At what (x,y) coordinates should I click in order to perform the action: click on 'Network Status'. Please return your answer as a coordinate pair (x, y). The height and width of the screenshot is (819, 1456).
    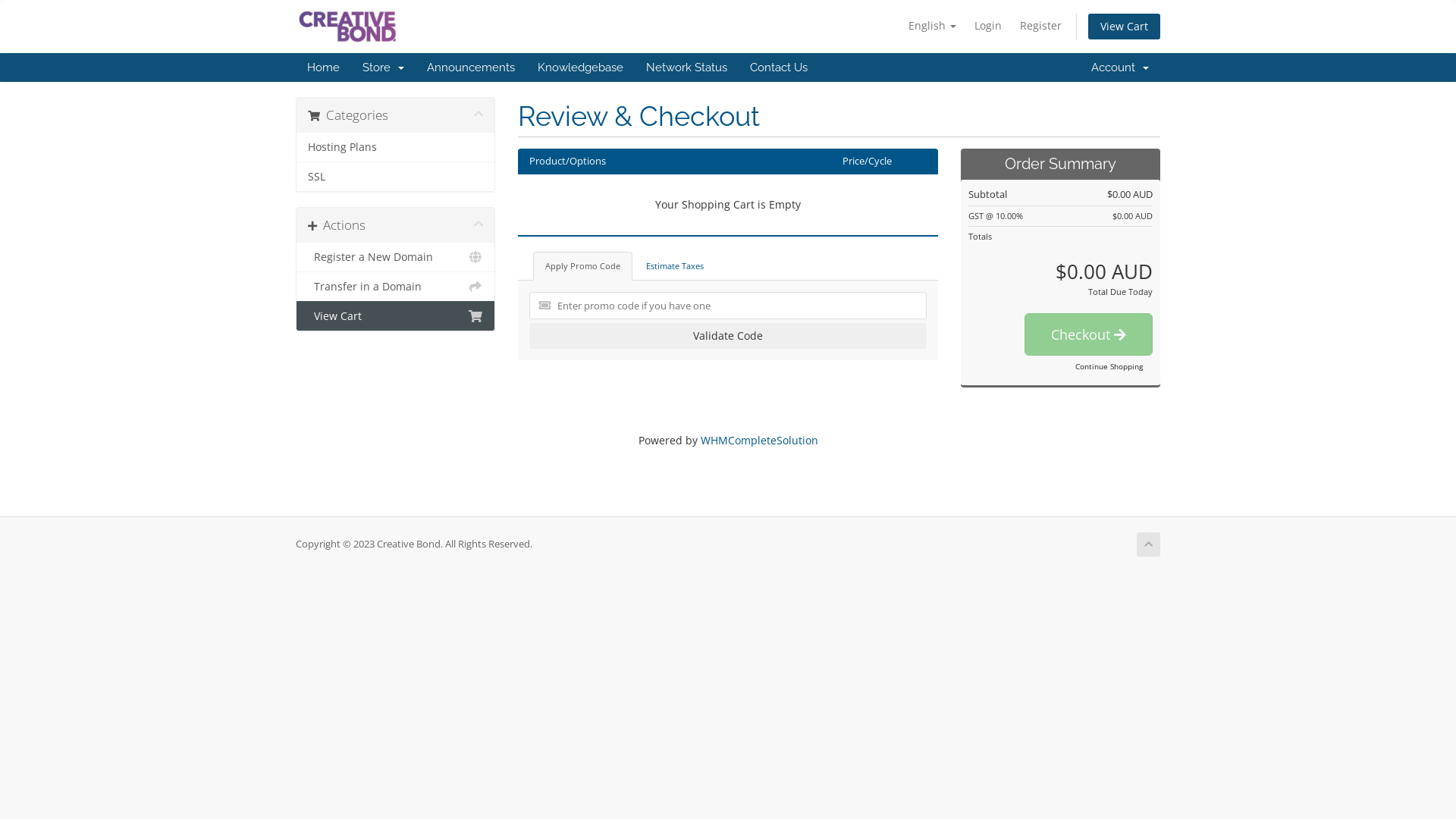
    Looking at the image, I should click on (686, 66).